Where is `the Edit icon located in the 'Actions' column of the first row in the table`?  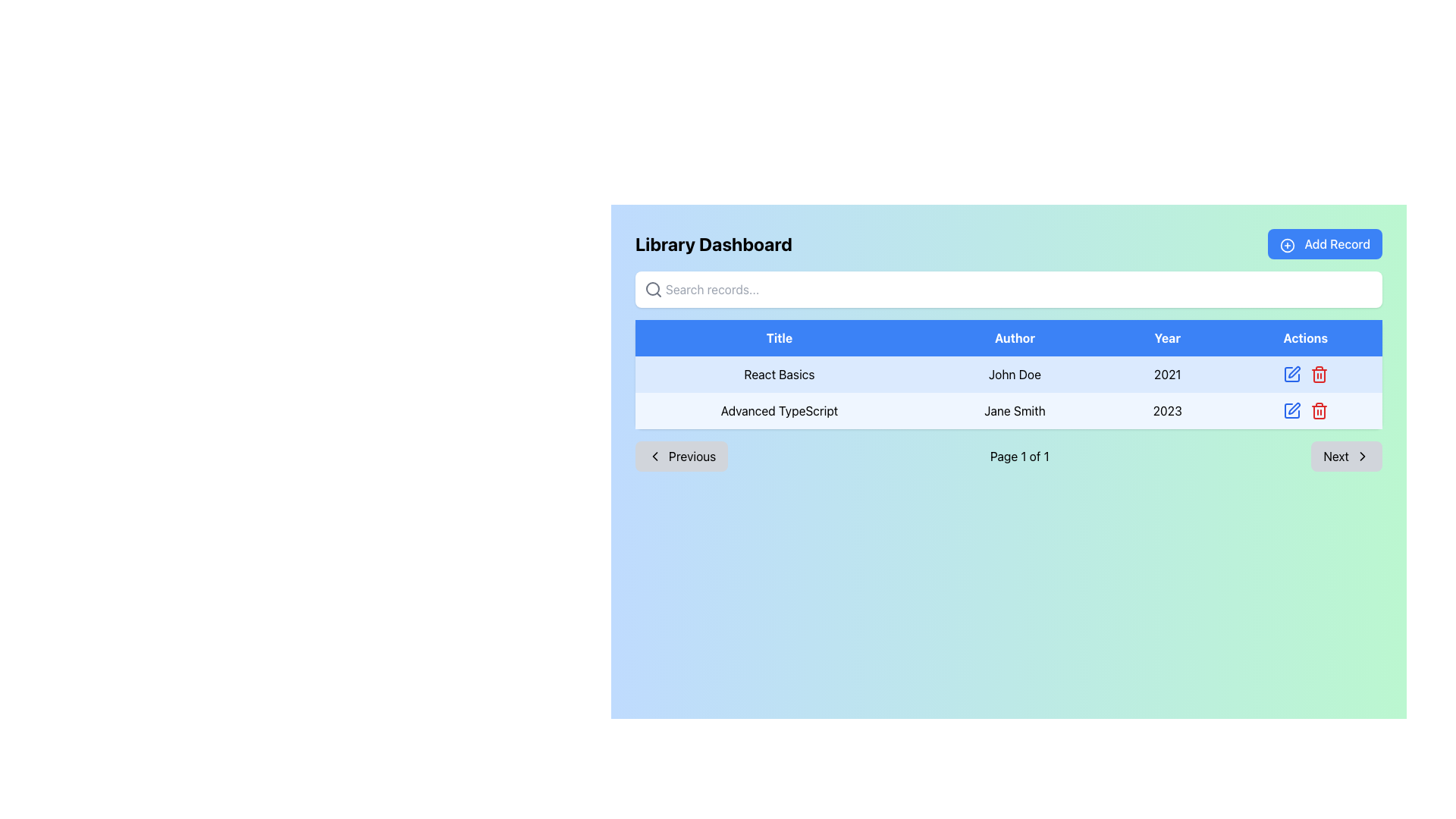 the Edit icon located in the 'Actions' column of the first row in the table is located at coordinates (1304, 374).